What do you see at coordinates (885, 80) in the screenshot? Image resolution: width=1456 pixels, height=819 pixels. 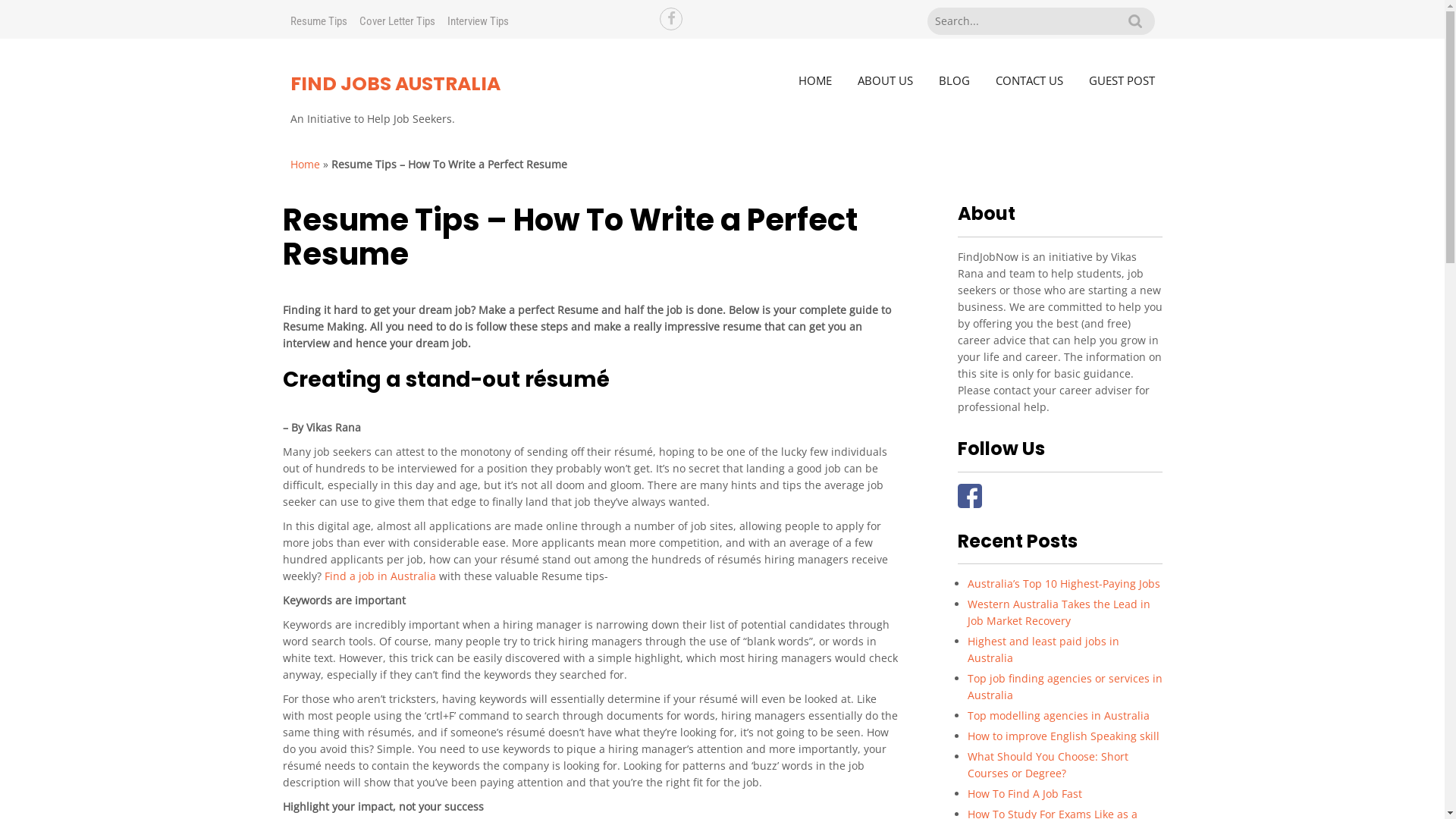 I see `'ABOUT US'` at bounding box center [885, 80].